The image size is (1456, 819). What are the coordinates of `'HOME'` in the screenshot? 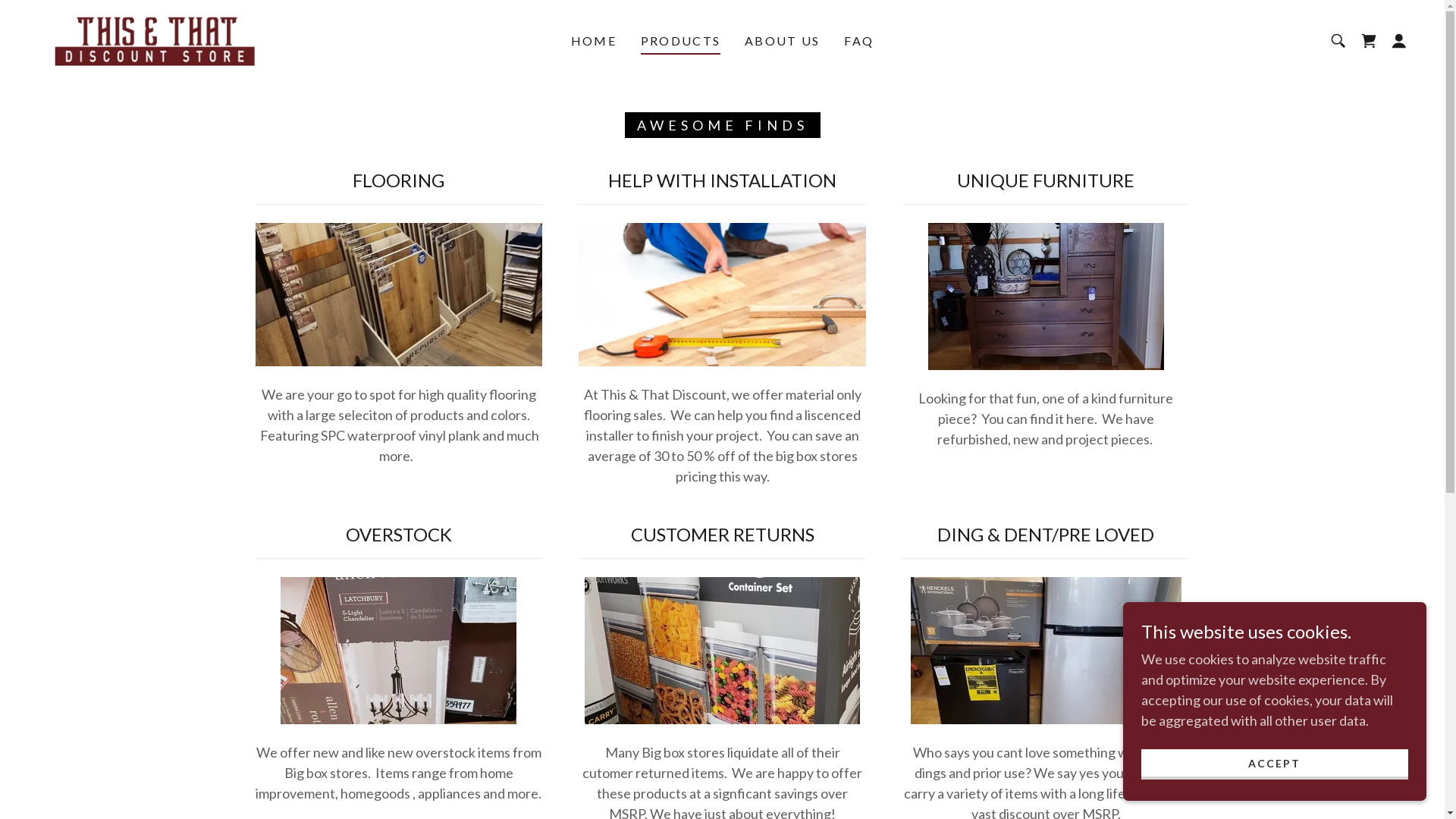 It's located at (566, 40).